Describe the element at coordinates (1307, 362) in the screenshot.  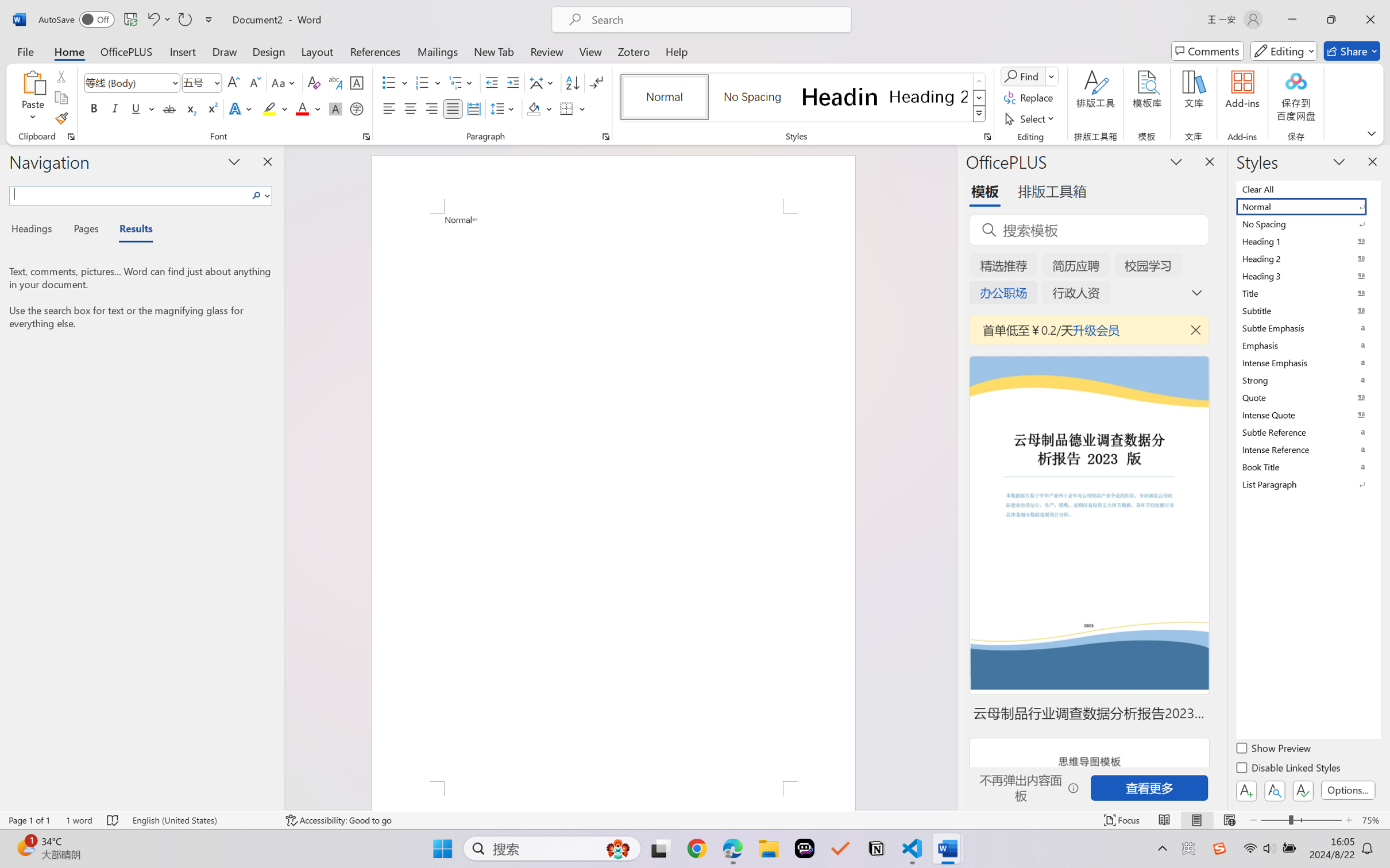
I see `'Intense Emphasis'` at that location.